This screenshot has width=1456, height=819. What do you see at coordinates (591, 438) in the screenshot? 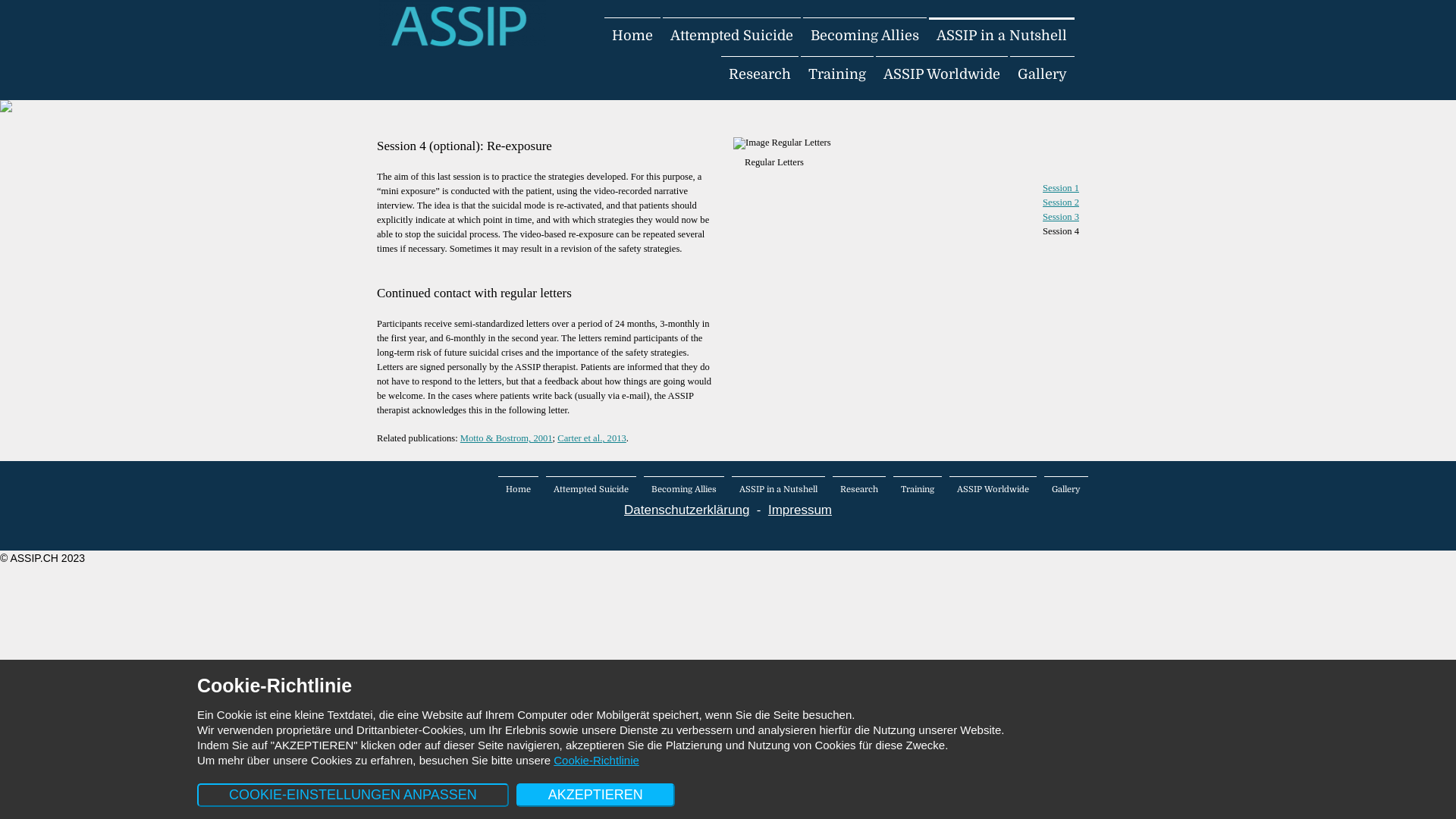
I see `'Carter et al., 2013'` at bounding box center [591, 438].